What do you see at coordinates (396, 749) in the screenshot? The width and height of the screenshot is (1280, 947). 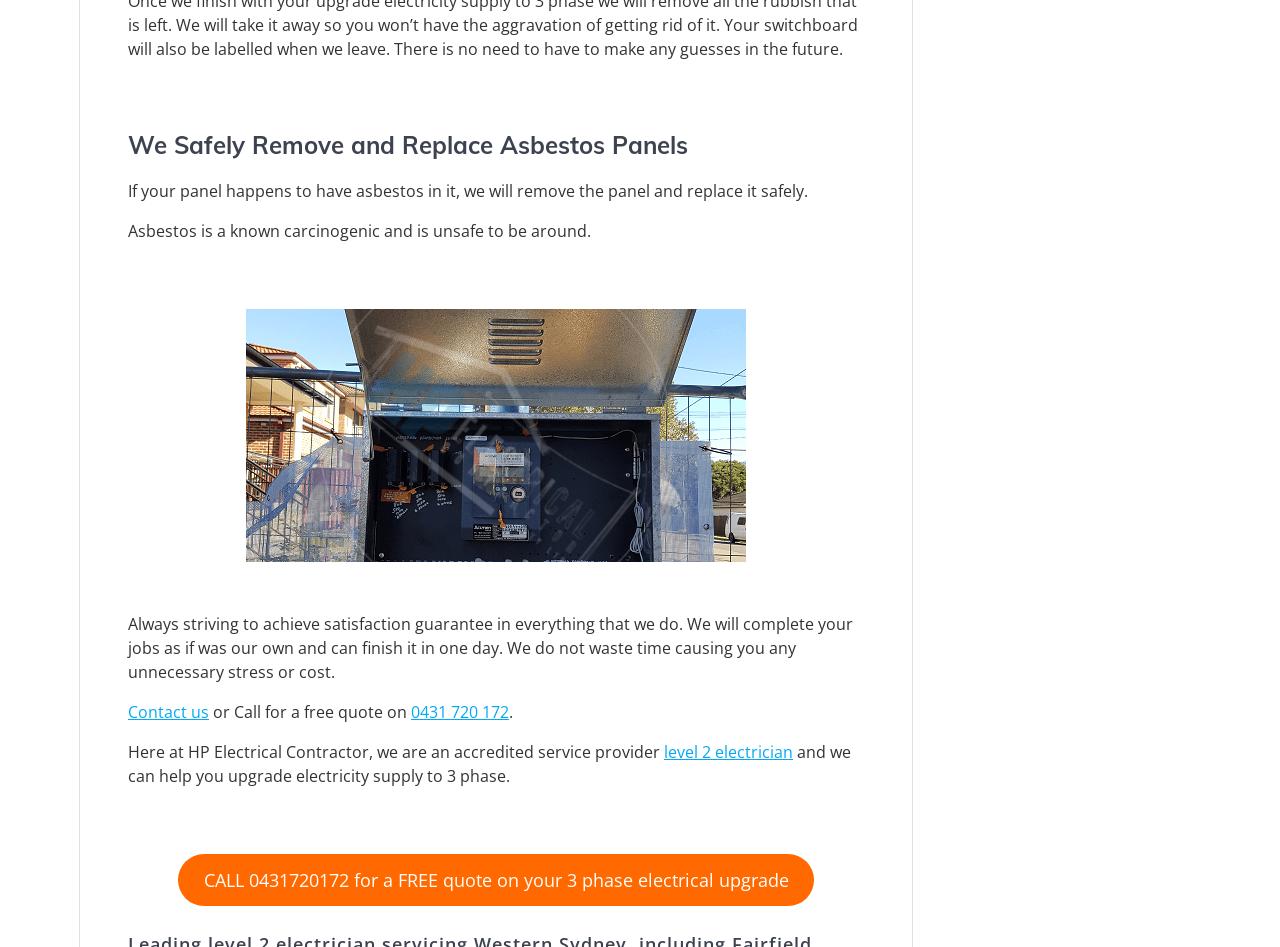 I see `'Here at HP Electrical Contractor, we are an accredited service provider'` at bounding box center [396, 749].